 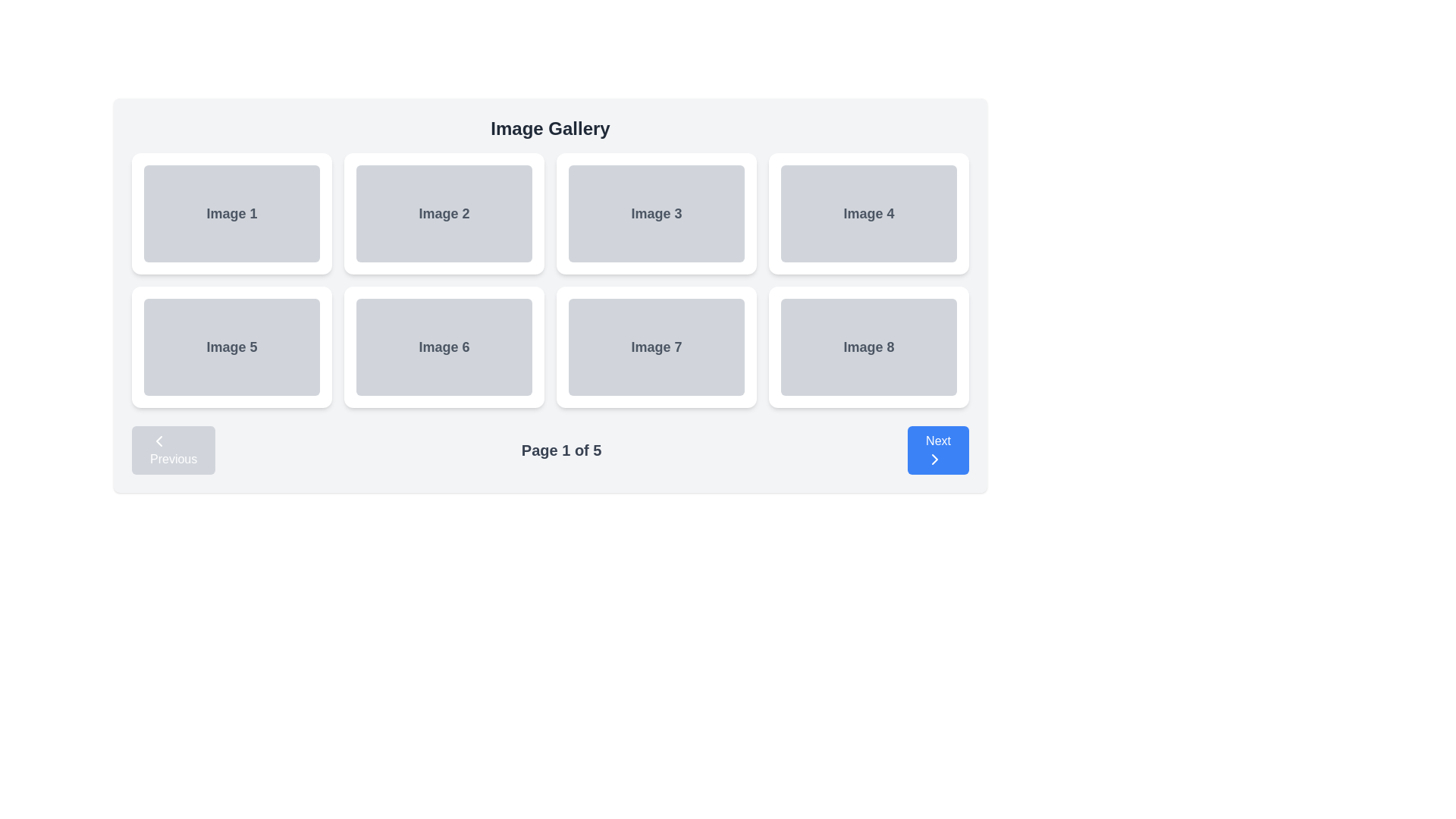 I want to click on the fourth card in the first row of the 4x2 grid layout, which has a white background, rounded corners, and contains the text 'Image 4', so click(x=869, y=213).